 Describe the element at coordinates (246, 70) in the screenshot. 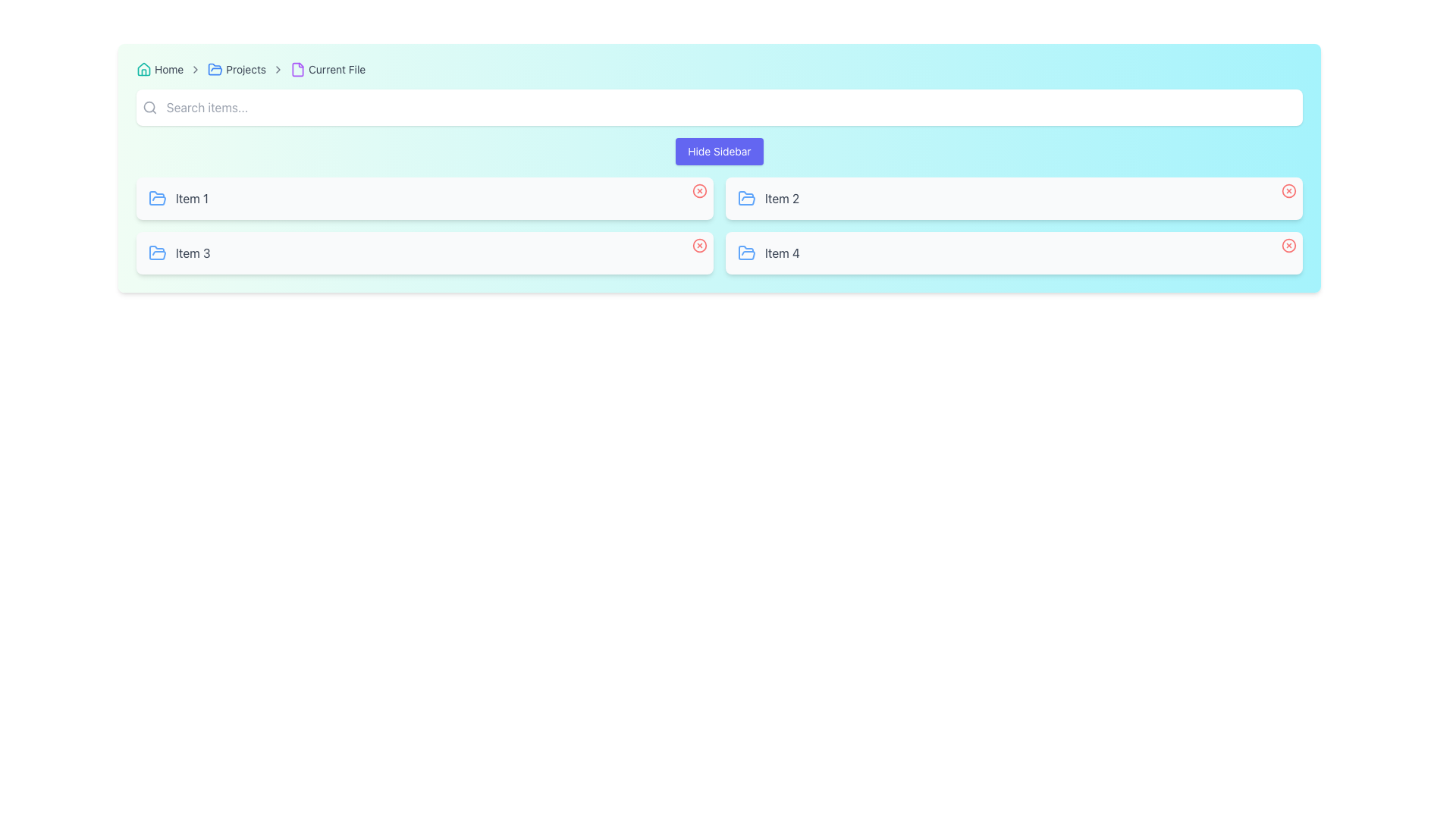

I see `the 'Projects' text label in the breadcrumb navigation bar, which is the third item in the sequence, to indicate the current position within the navigation hierarchy` at that location.